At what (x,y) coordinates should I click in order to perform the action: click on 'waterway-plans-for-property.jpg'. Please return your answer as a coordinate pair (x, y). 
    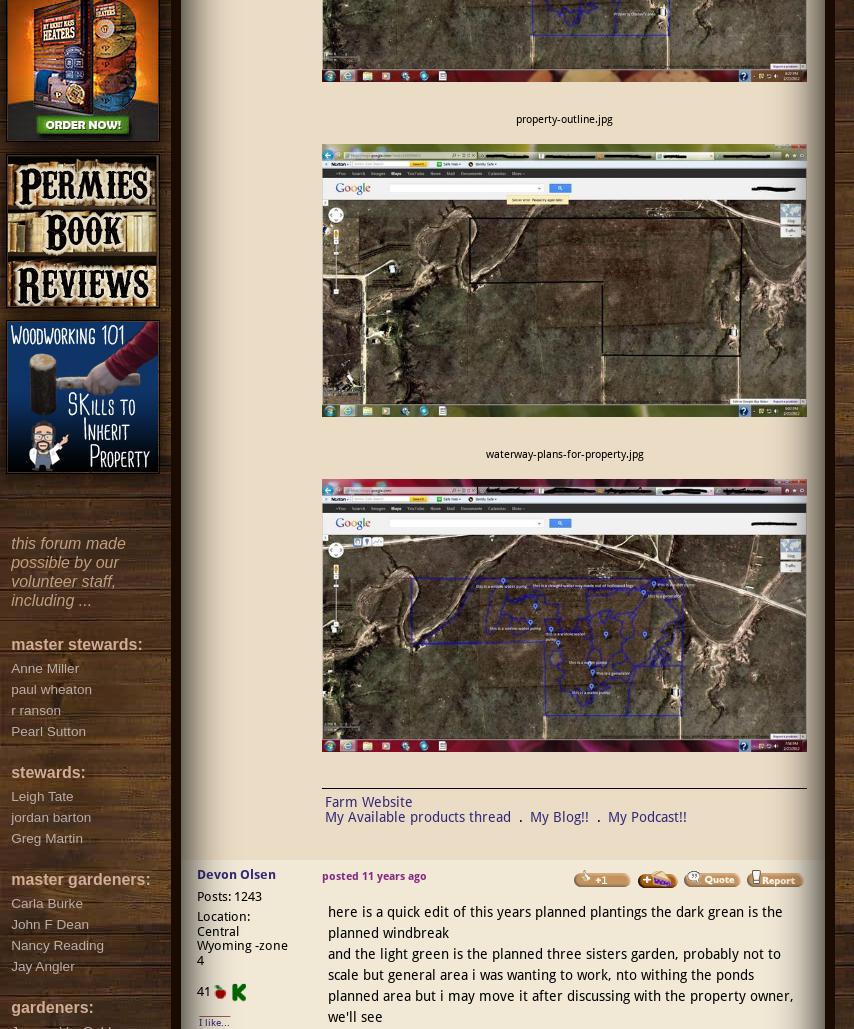
    Looking at the image, I should click on (484, 453).